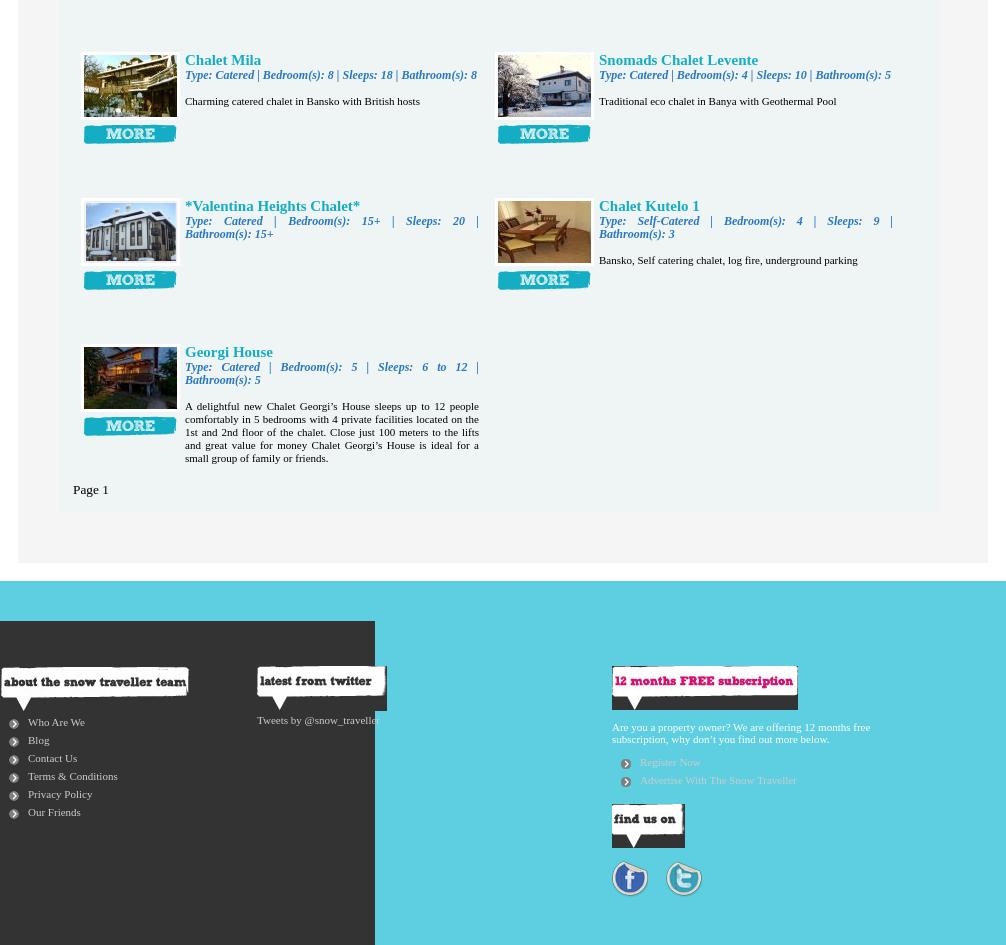 The height and width of the screenshot is (945, 1006). I want to click on 'Terms & Conditions', so click(72, 773).